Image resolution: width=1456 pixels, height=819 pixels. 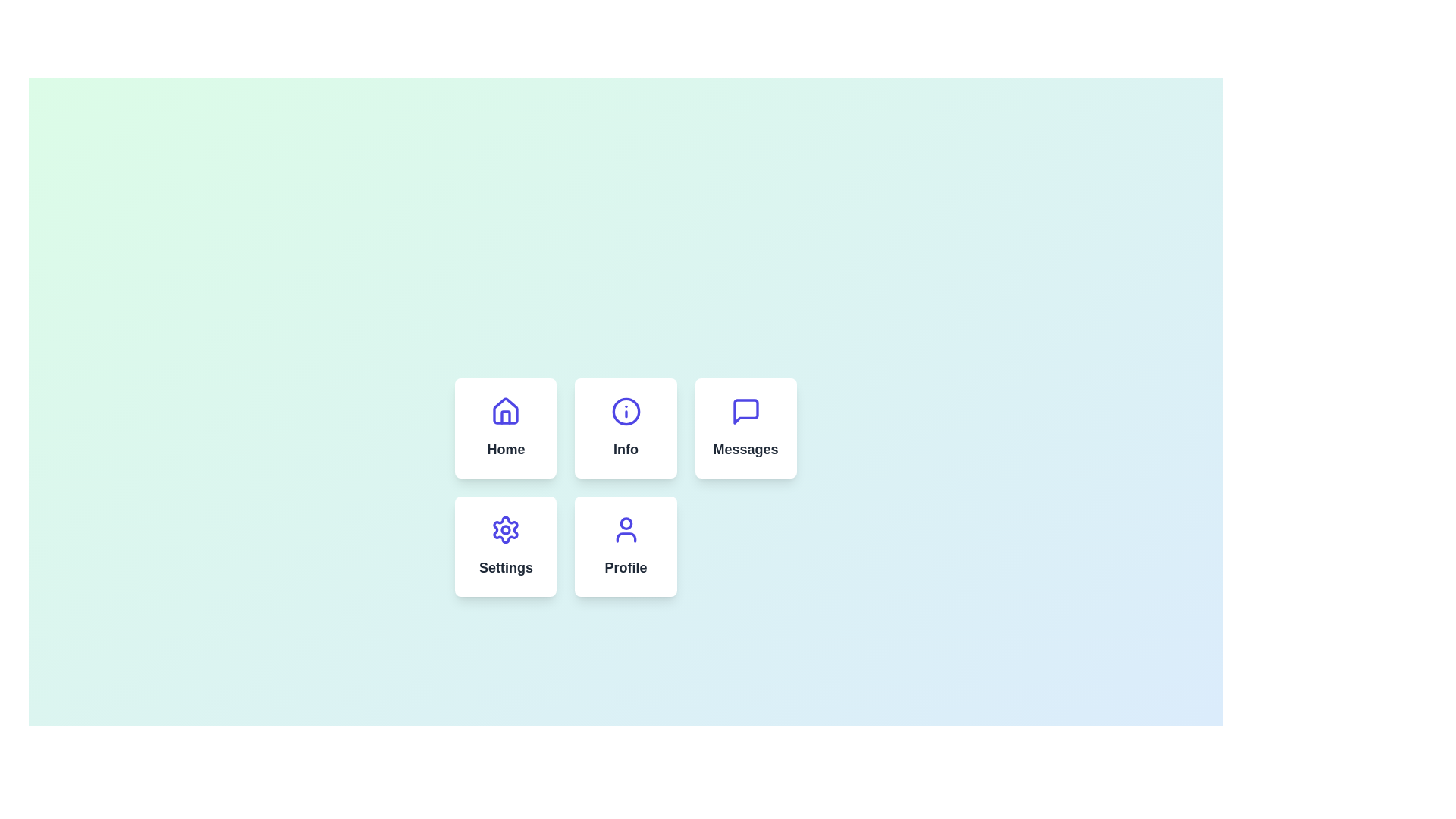 What do you see at coordinates (506, 411) in the screenshot?
I see `the 'Home' icon, which signifies the entry point of the application interface, located in the first grid cell of a 2x3 layout` at bounding box center [506, 411].